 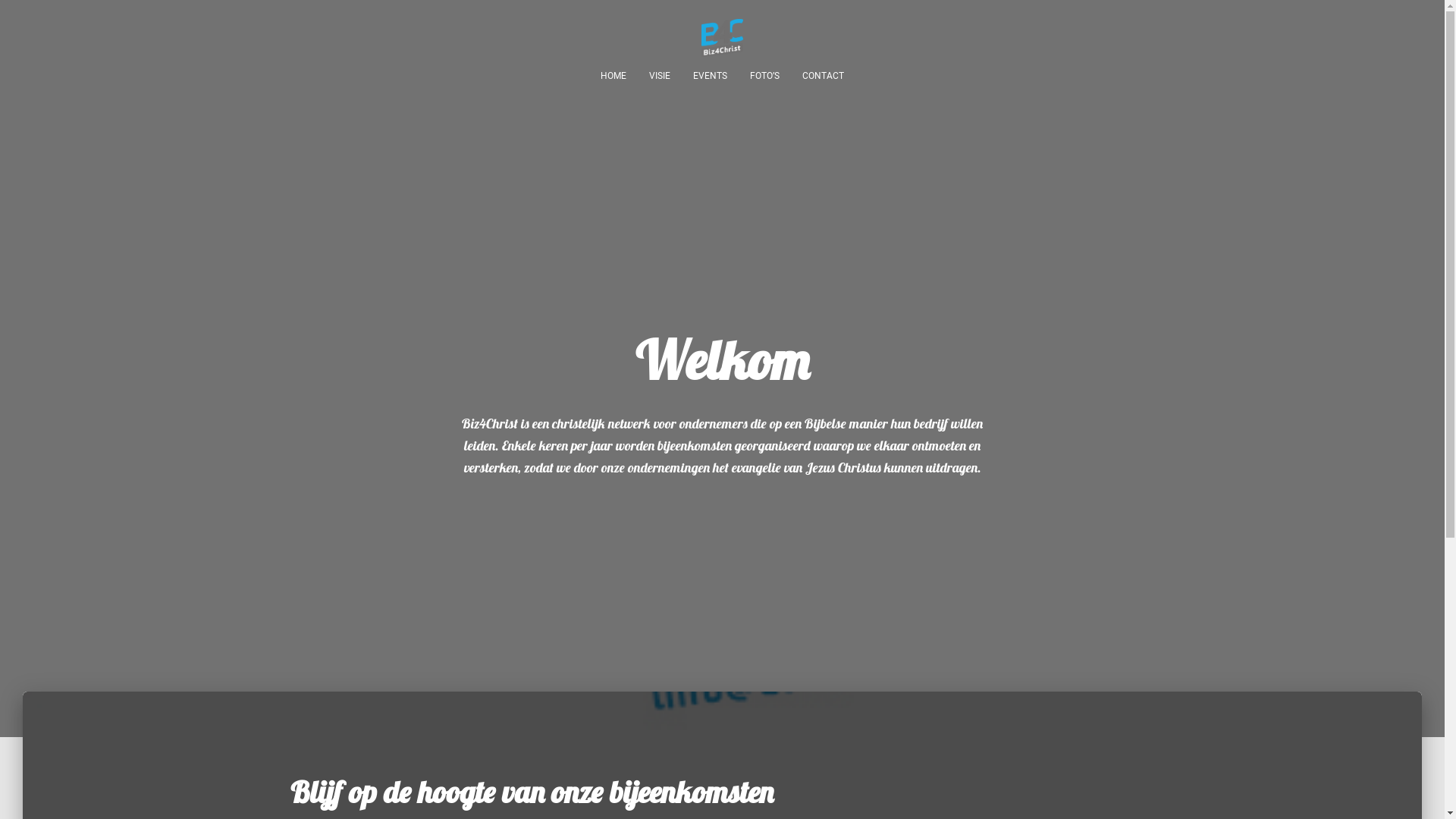 I want to click on 'Biz4Christ', so click(x=689, y=37).